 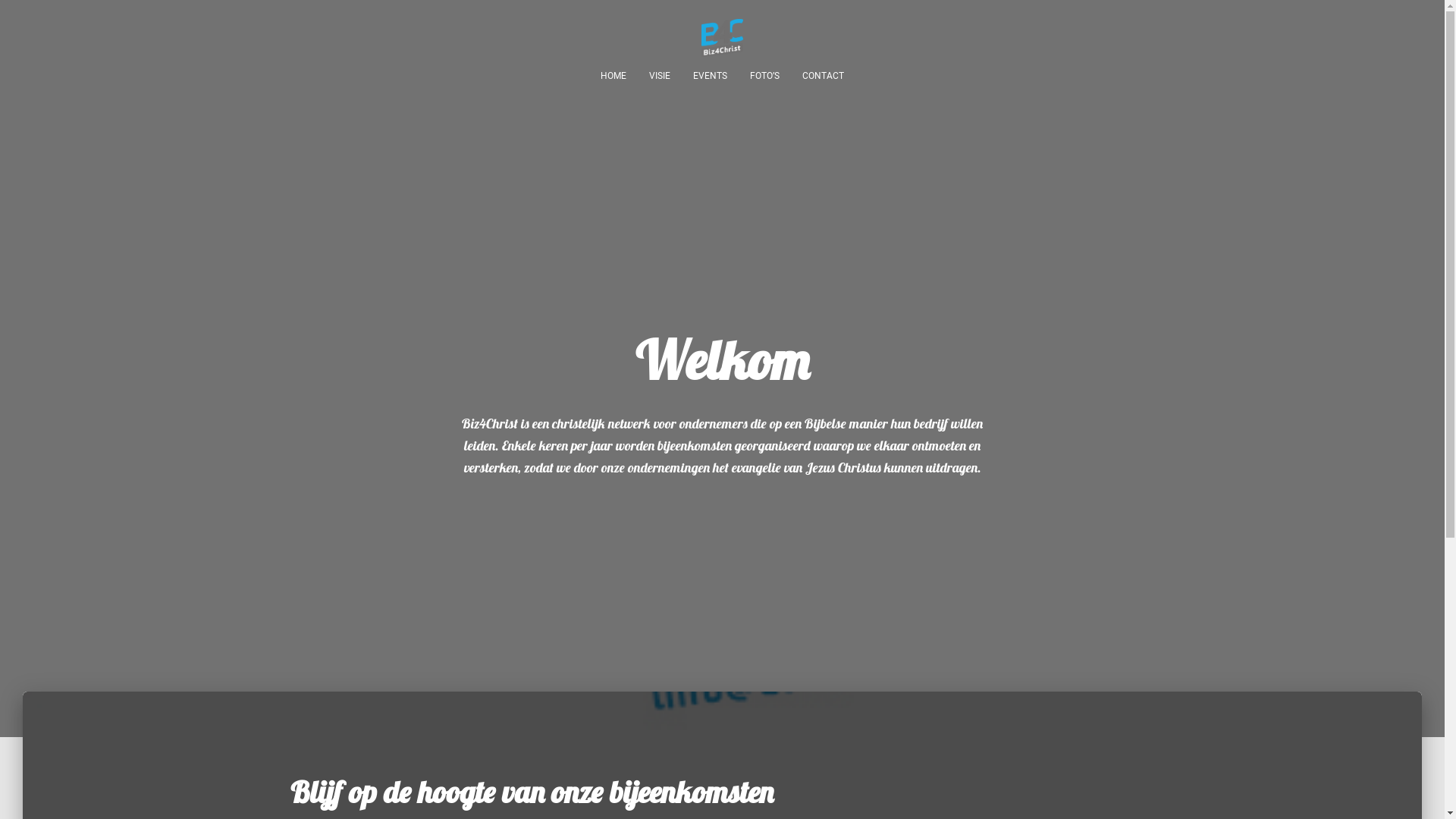 I want to click on 'Biz4Christ', so click(x=689, y=37).